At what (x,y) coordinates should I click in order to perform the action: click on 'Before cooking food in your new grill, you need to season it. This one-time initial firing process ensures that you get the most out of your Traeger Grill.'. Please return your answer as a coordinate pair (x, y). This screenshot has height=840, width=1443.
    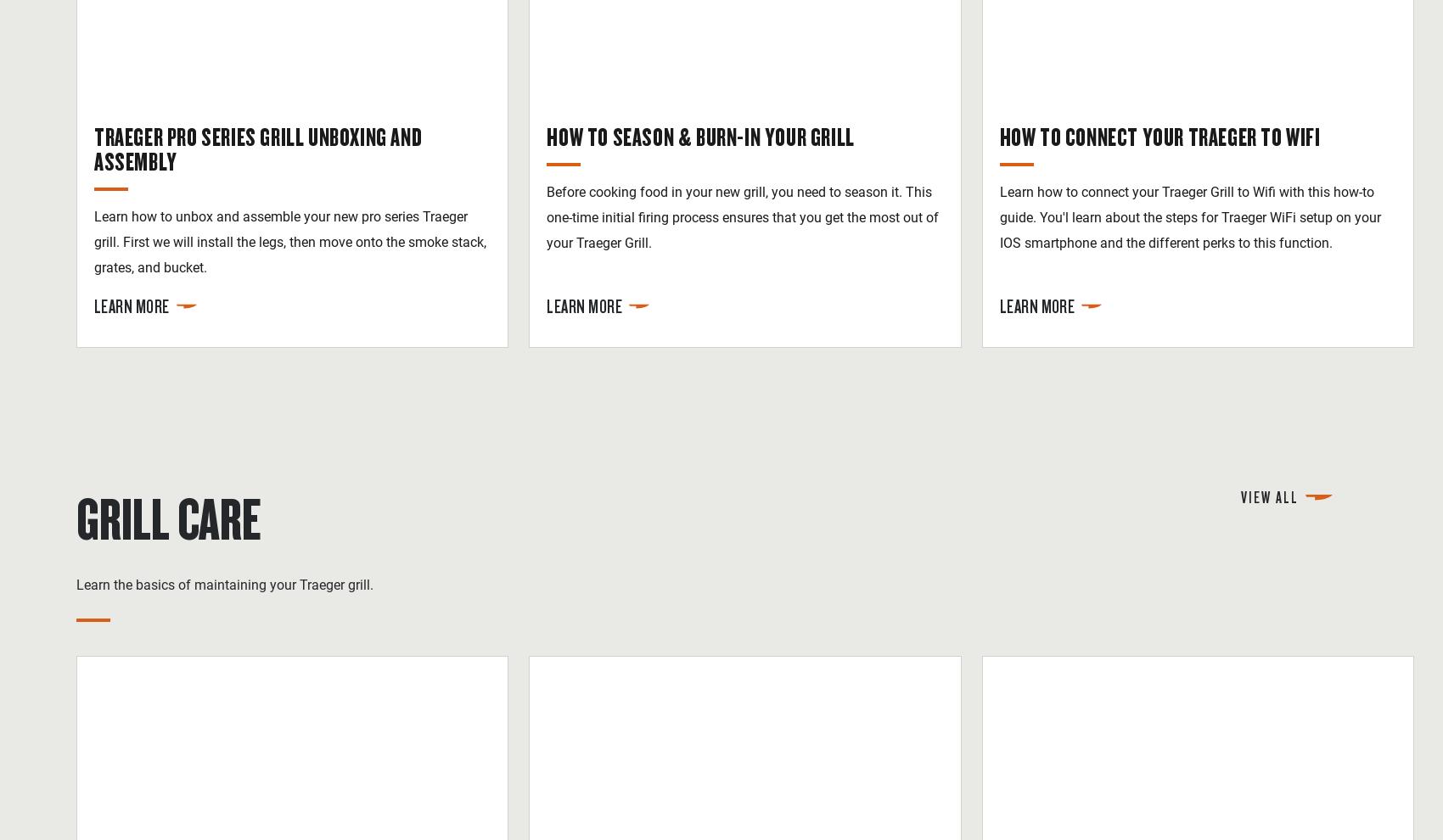
    Looking at the image, I should click on (742, 216).